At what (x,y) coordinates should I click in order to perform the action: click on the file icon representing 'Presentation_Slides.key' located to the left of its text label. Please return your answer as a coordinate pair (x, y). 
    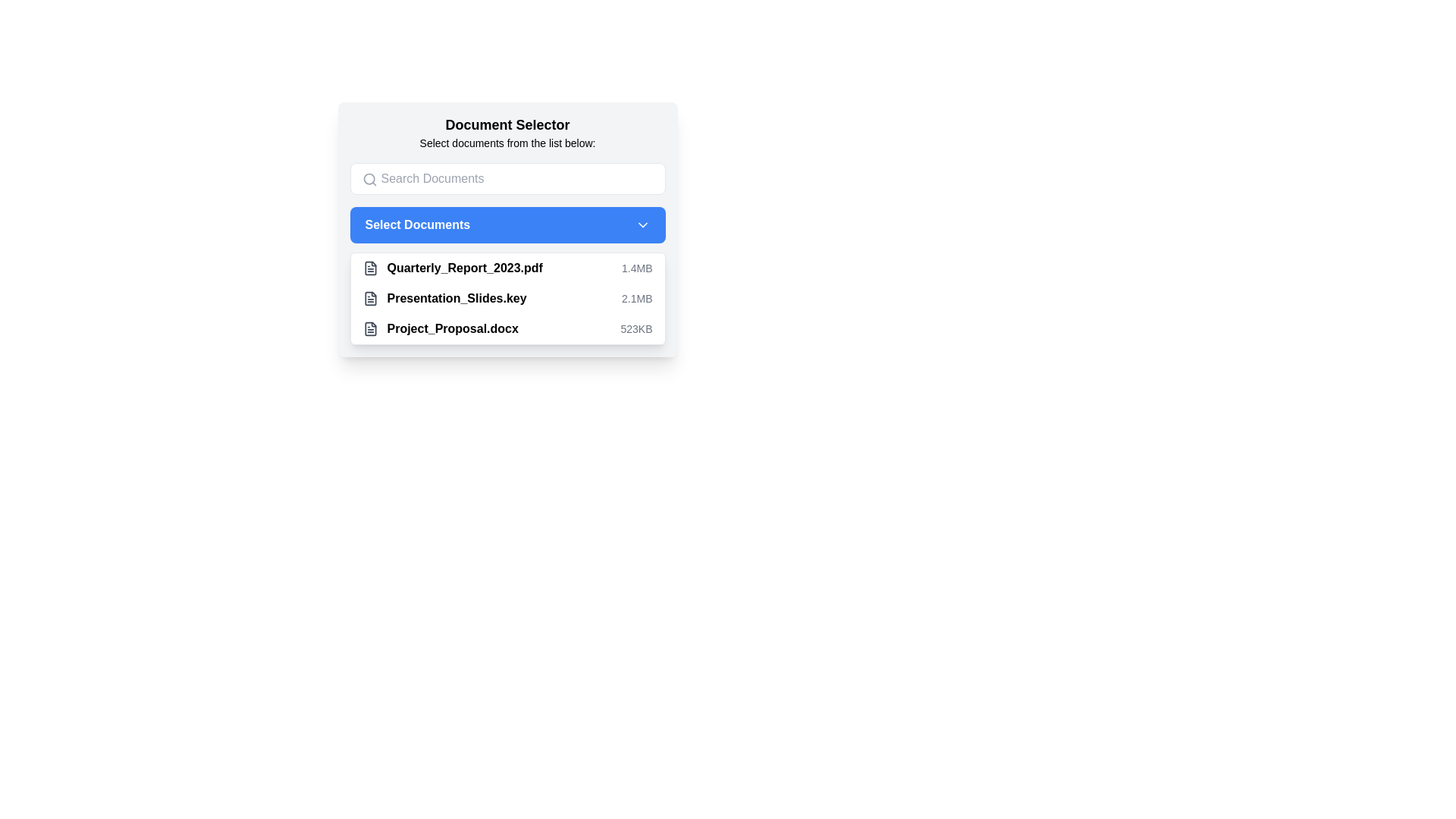
    Looking at the image, I should click on (370, 298).